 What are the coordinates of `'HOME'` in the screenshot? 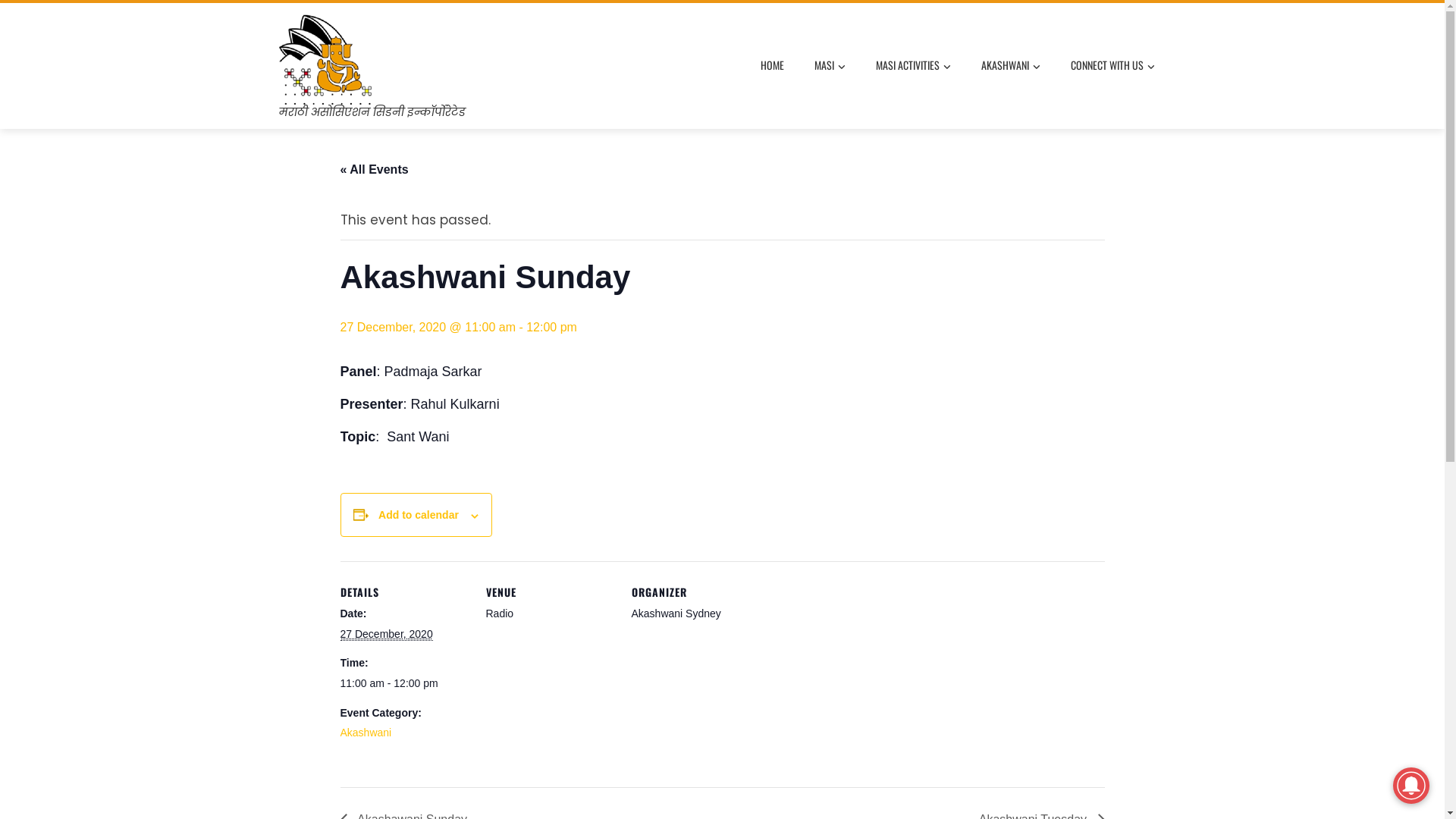 It's located at (772, 64).